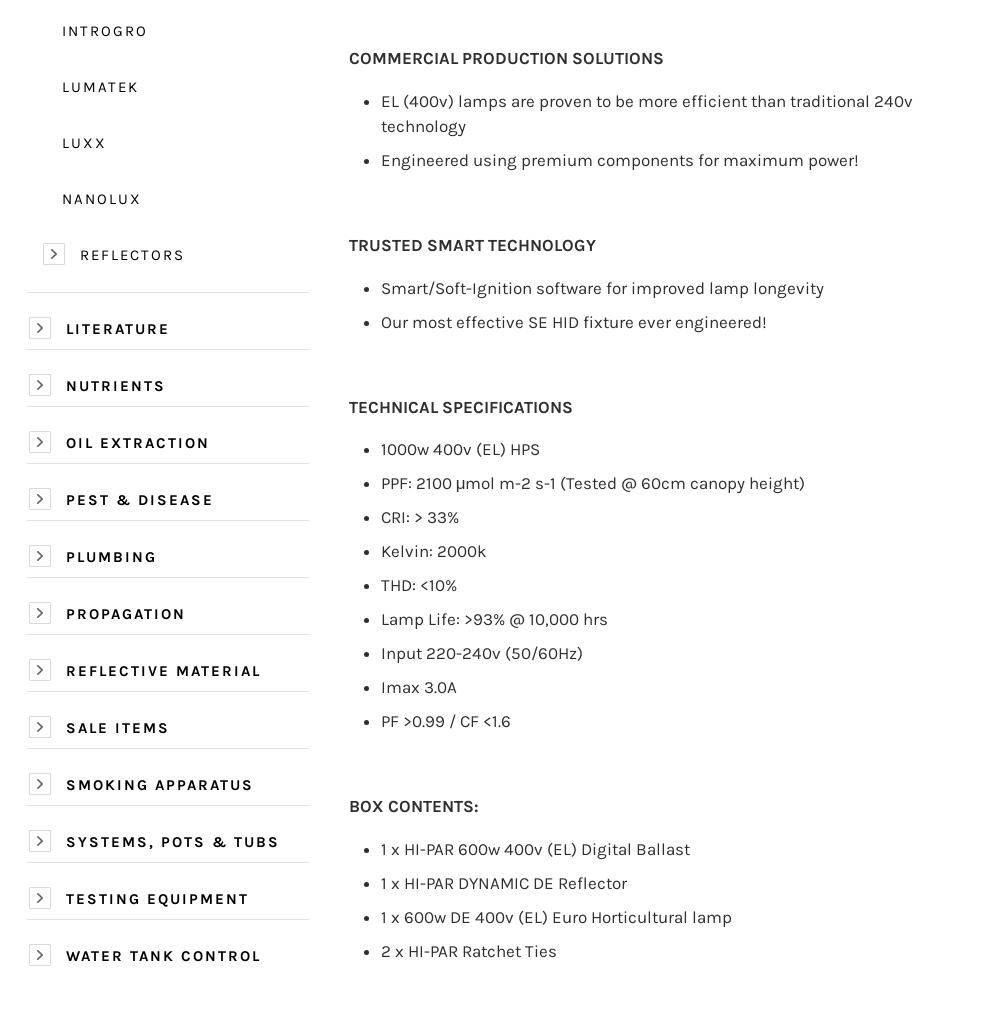  I want to click on 'Reflectors', so click(132, 254).